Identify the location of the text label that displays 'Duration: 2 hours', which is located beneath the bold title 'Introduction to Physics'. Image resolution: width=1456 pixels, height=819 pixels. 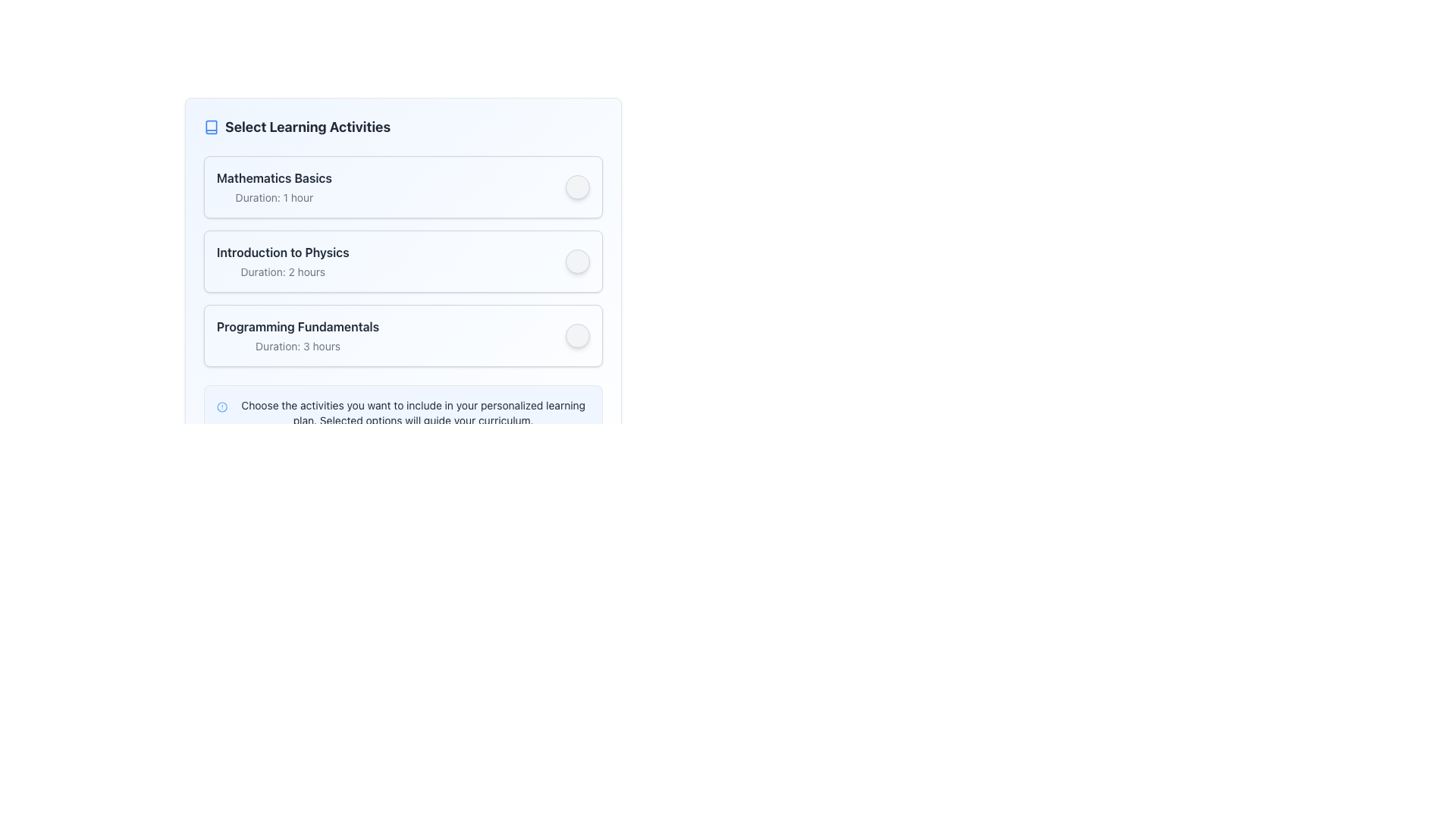
(283, 271).